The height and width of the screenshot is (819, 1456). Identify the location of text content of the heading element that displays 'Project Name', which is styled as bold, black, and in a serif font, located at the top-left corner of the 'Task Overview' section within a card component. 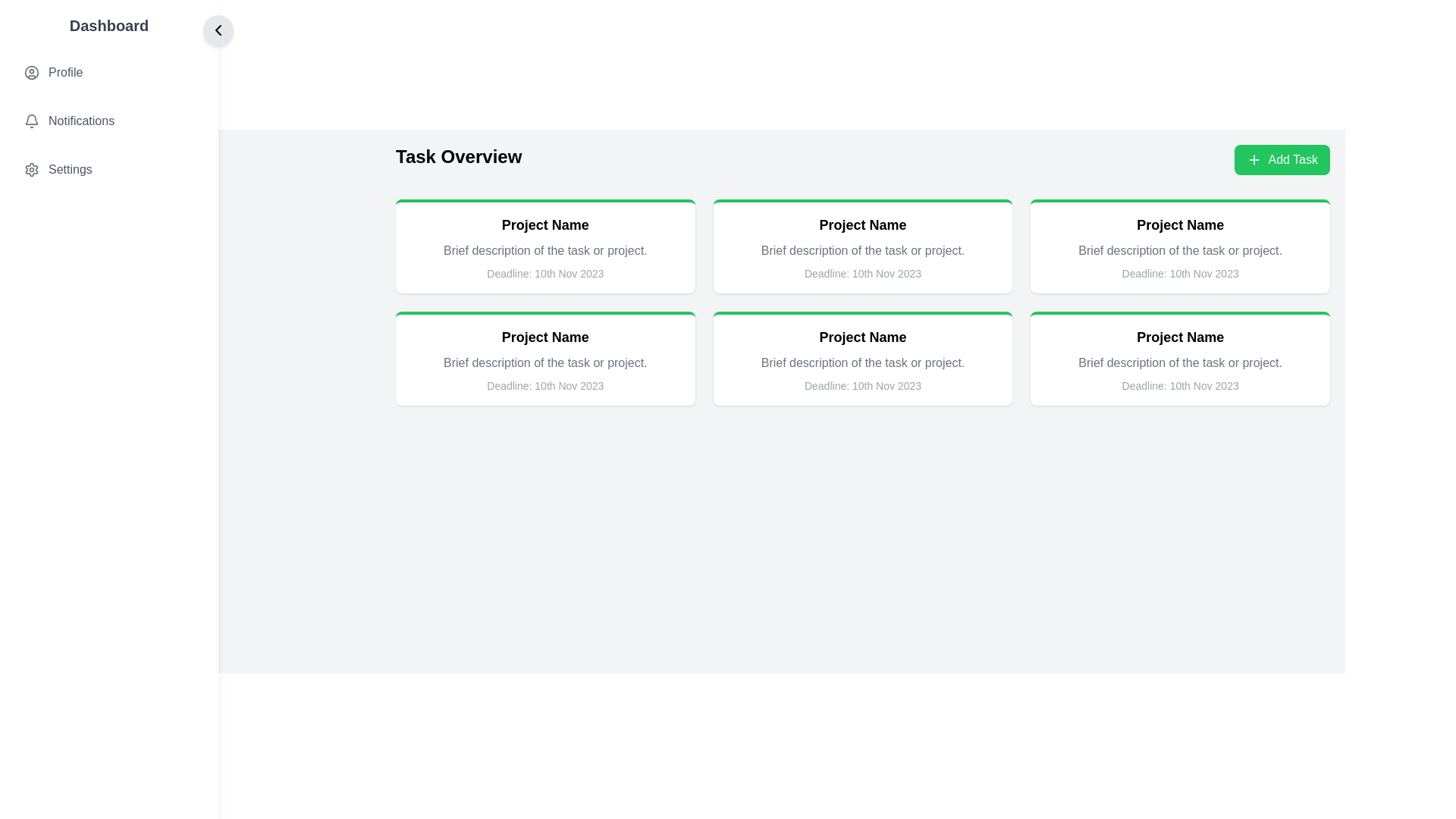
(545, 225).